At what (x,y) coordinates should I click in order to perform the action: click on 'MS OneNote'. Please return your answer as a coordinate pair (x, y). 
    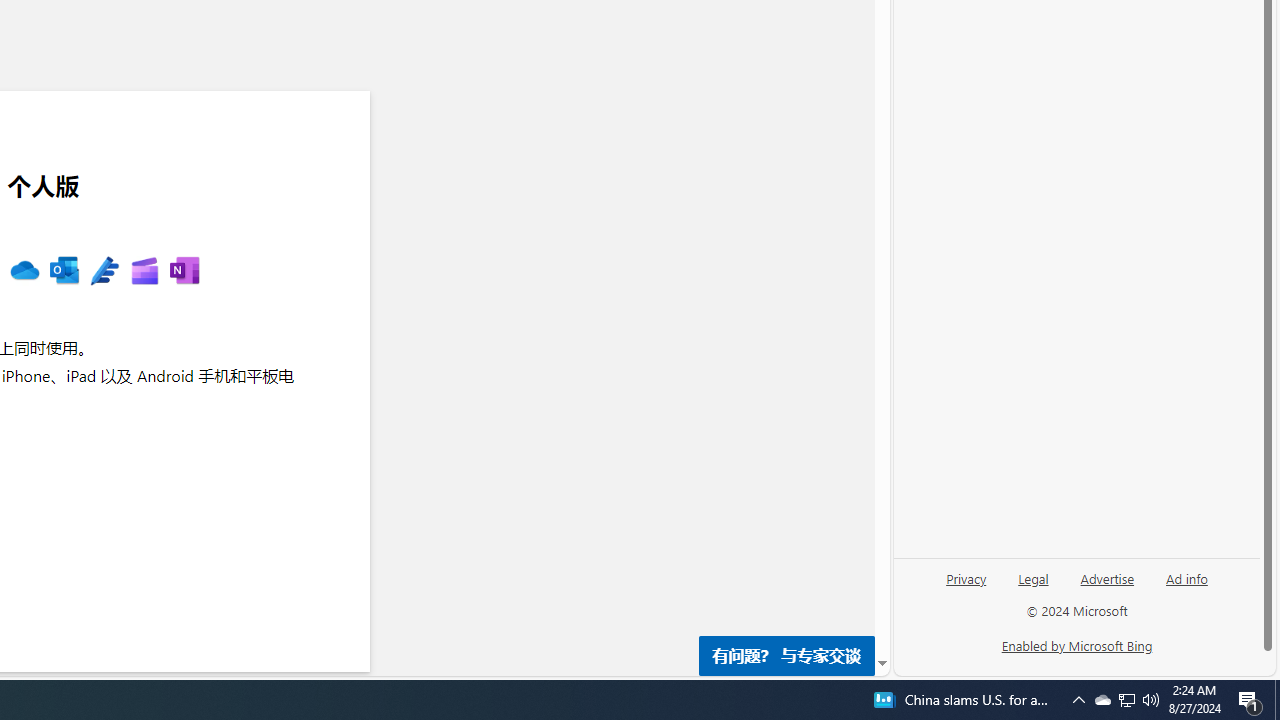
    Looking at the image, I should click on (184, 271).